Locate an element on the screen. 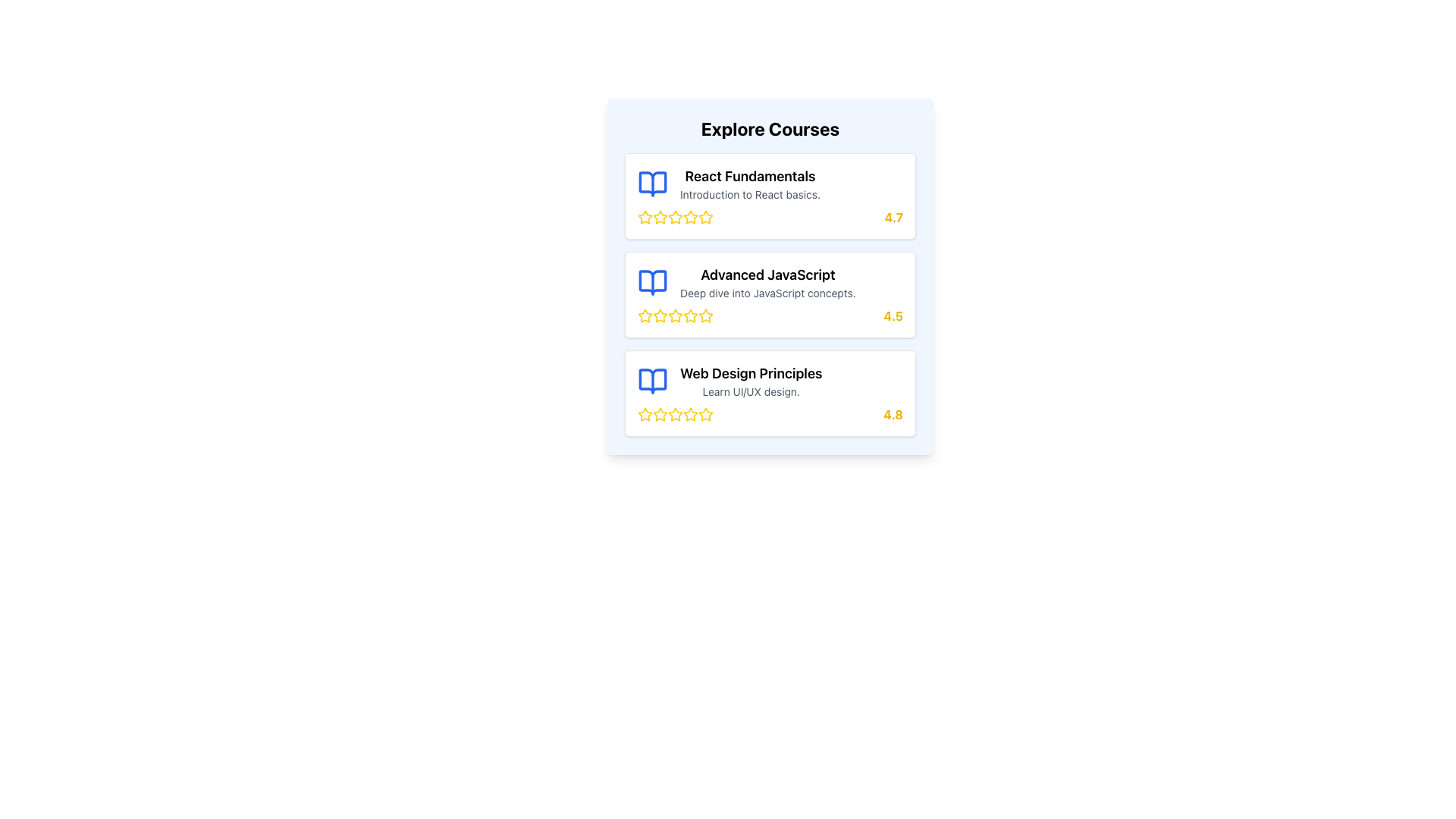  the text label that reads 'Learn UI/UX design.' located beneath the title 'Web Design Principles' in the last course card is located at coordinates (751, 391).